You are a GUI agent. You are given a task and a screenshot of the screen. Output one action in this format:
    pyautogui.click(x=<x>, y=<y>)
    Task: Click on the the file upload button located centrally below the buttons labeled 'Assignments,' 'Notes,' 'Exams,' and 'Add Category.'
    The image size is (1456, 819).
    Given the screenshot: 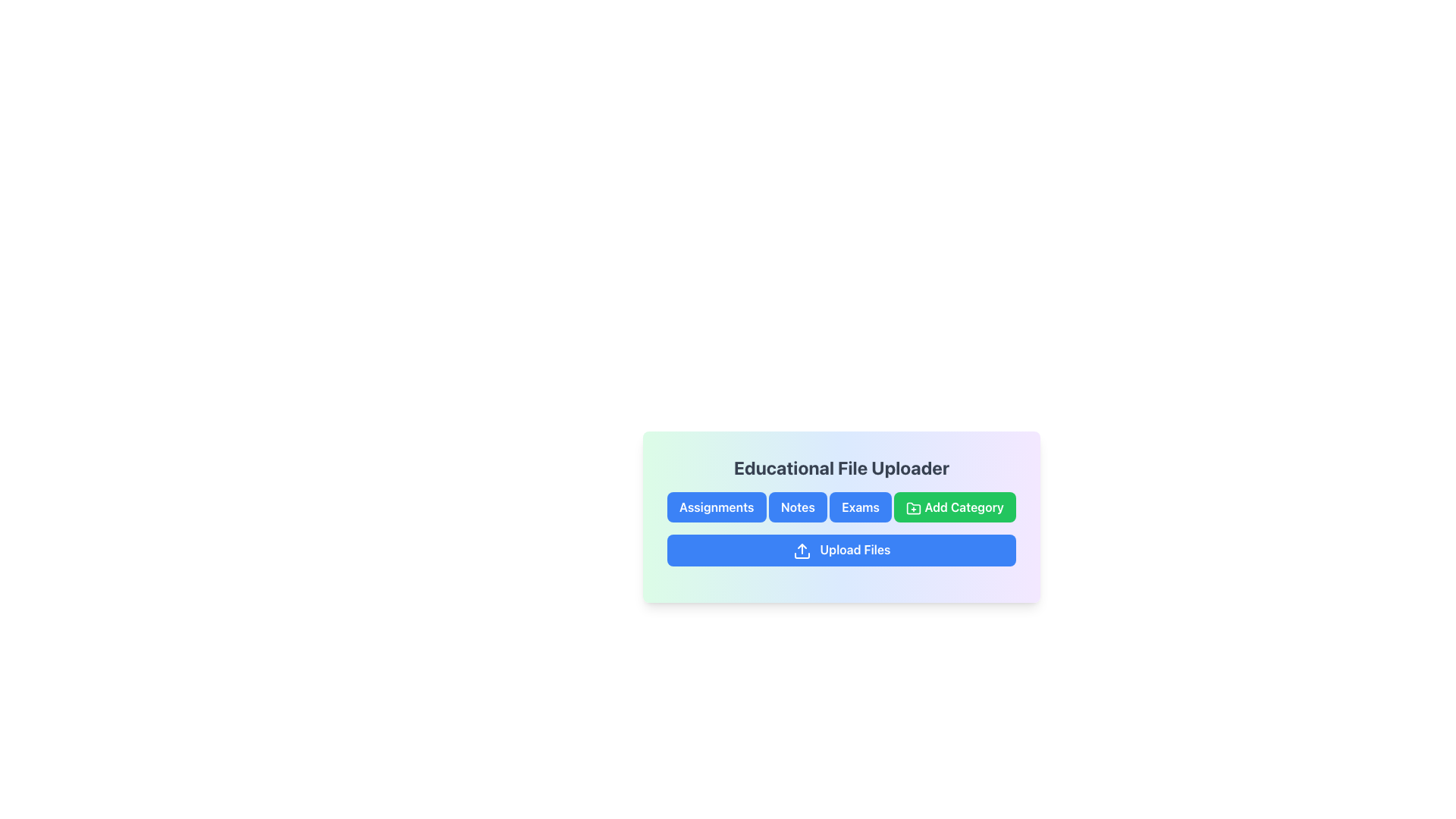 What is the action you would take?
    pyautogui.click(x=840, y=550)
    